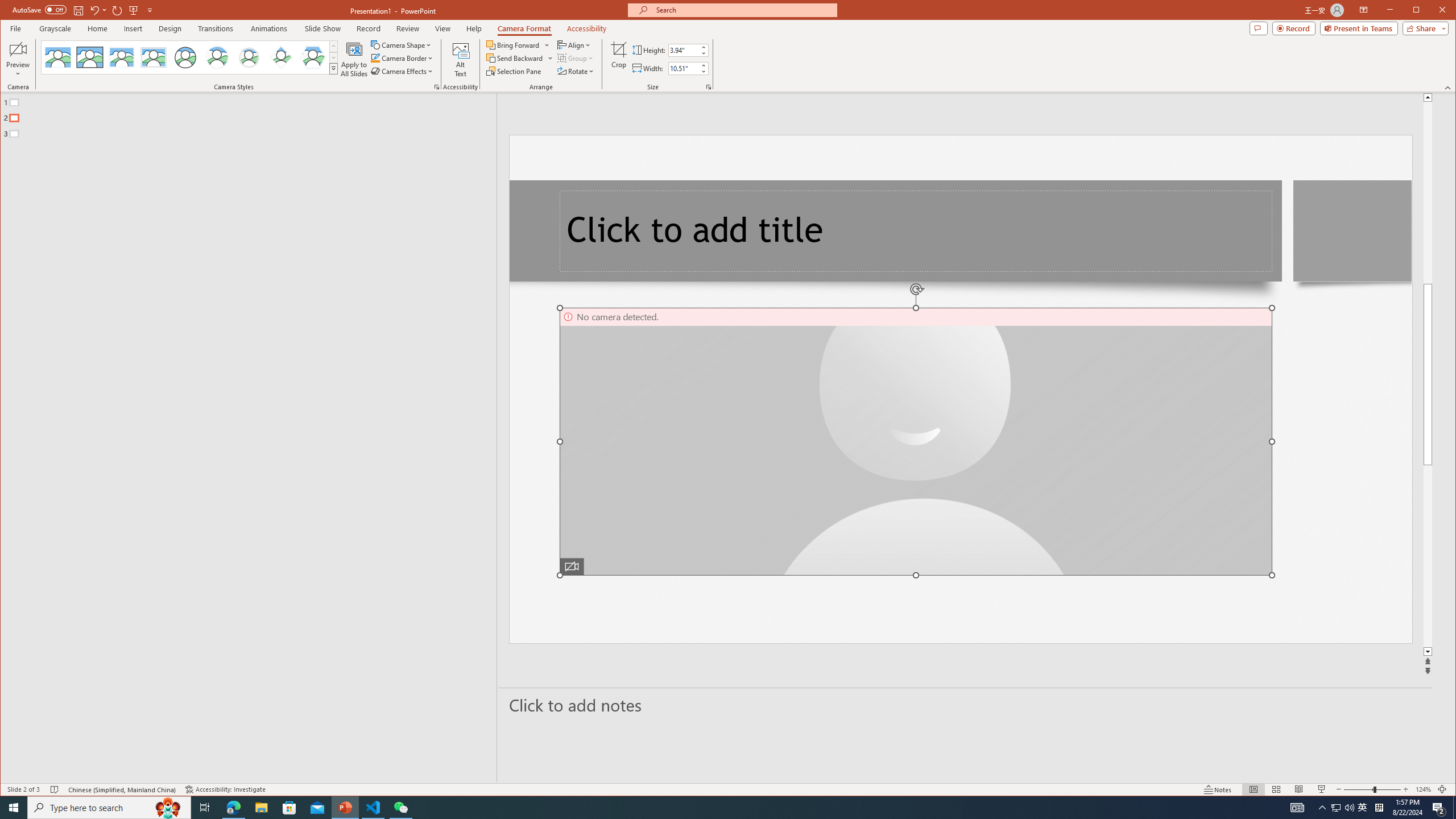  Describe the element at coordinates (18, 59) in the screenshot. I see `'Preview'` at that location.